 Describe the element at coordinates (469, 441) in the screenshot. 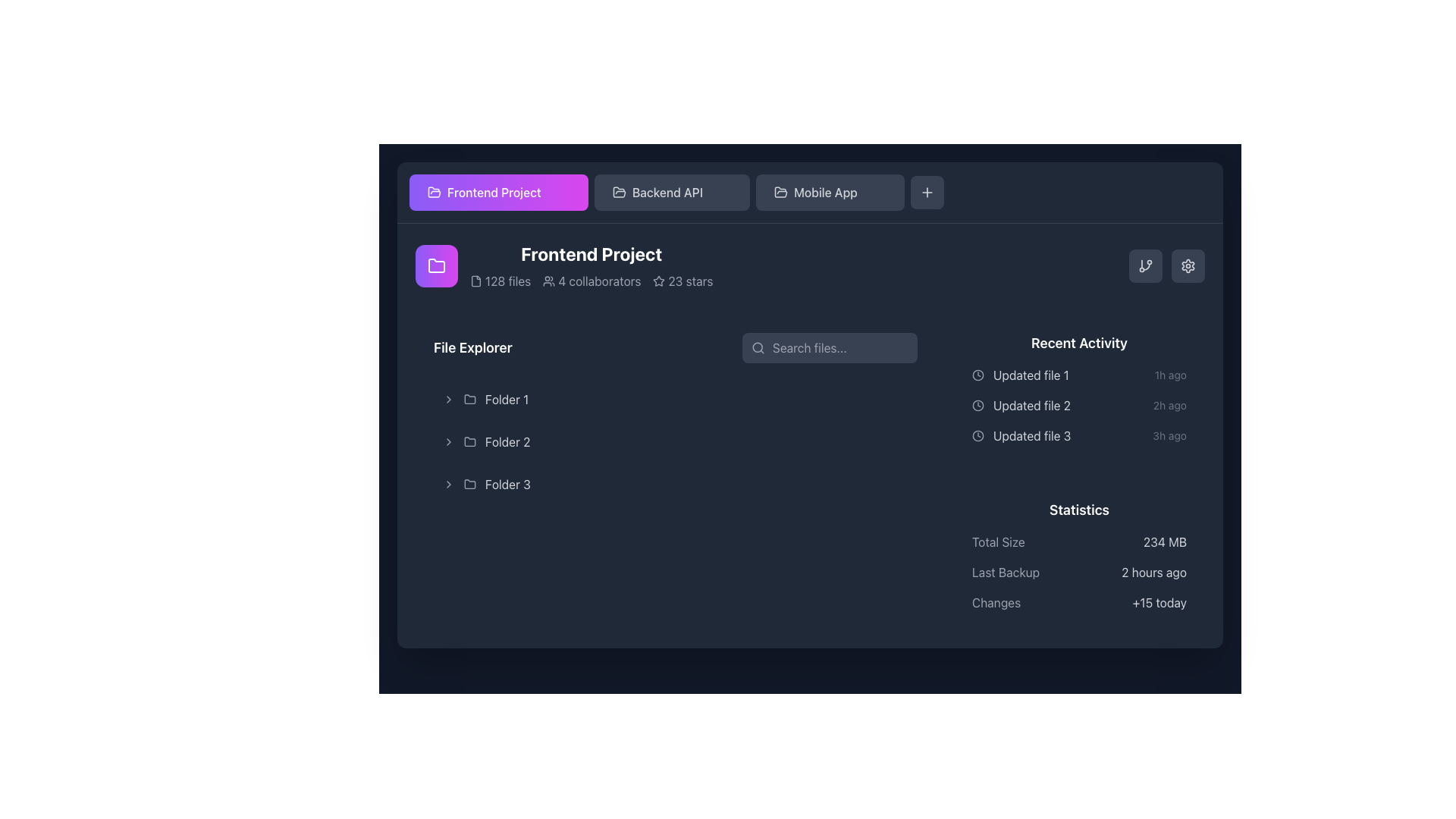

I see `the folder icon labeled 'Folder 2' in the sidebar of the file explorer interface` at that location.